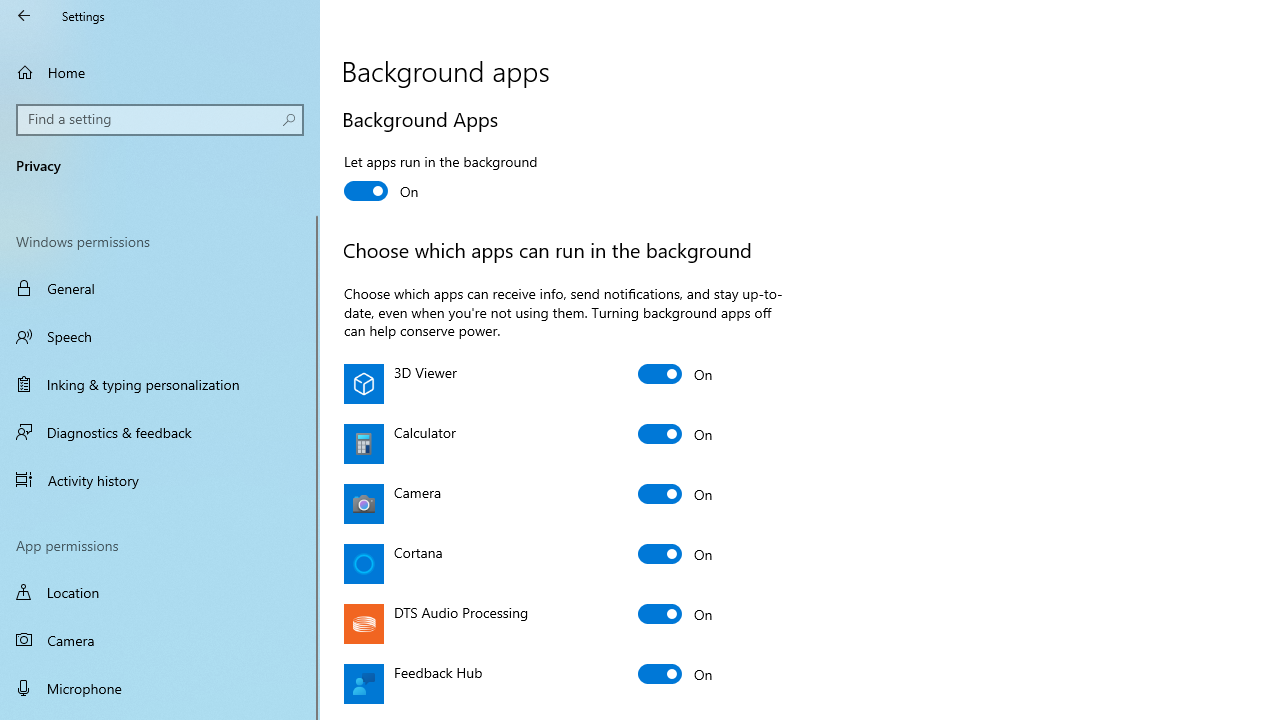 Image resolution: width=1280 pixels, height=720 pixels. I want to click on 'Location', so click(160, 591).